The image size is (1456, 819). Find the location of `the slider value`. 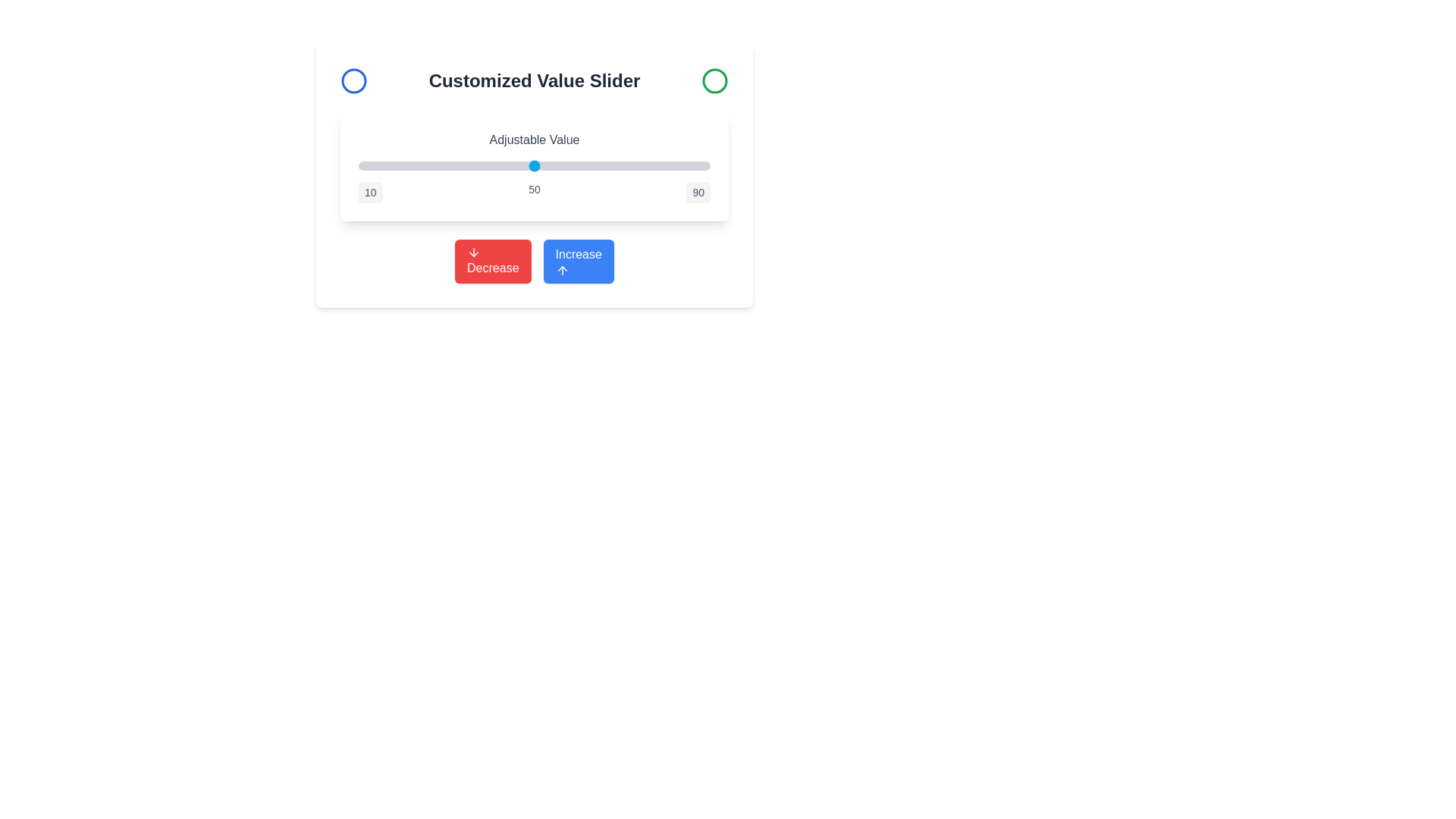

the slider value is located at coordinates (530, 166).